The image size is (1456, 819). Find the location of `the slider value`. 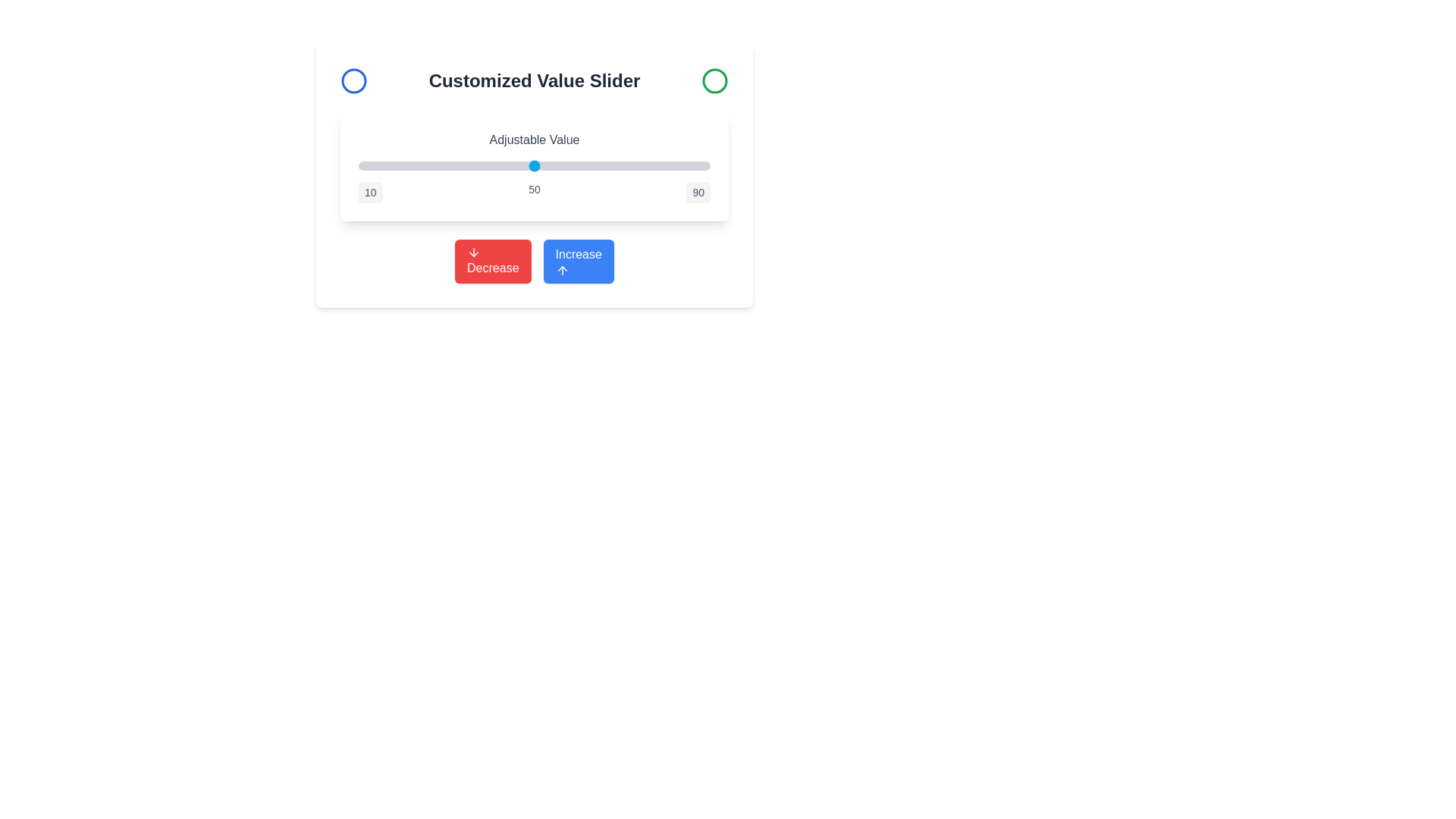

the slider value is located at coordinates (530, 166).